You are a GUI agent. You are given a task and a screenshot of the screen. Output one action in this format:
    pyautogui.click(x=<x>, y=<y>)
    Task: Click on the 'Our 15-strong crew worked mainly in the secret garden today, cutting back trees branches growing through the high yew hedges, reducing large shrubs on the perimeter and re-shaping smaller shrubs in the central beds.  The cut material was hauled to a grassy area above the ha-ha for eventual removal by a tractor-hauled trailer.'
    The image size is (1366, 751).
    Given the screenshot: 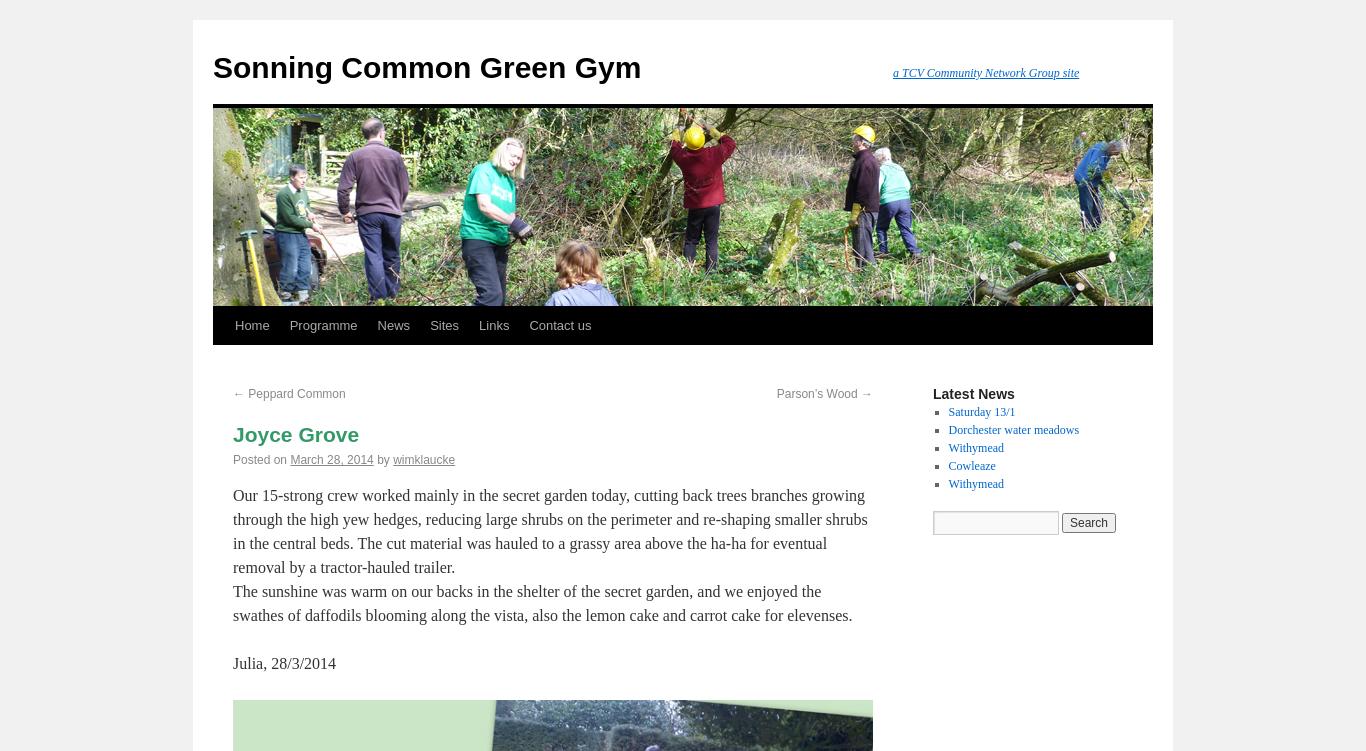 What is the action you would take?
    pyautogui.click(x=549, y=530)
    